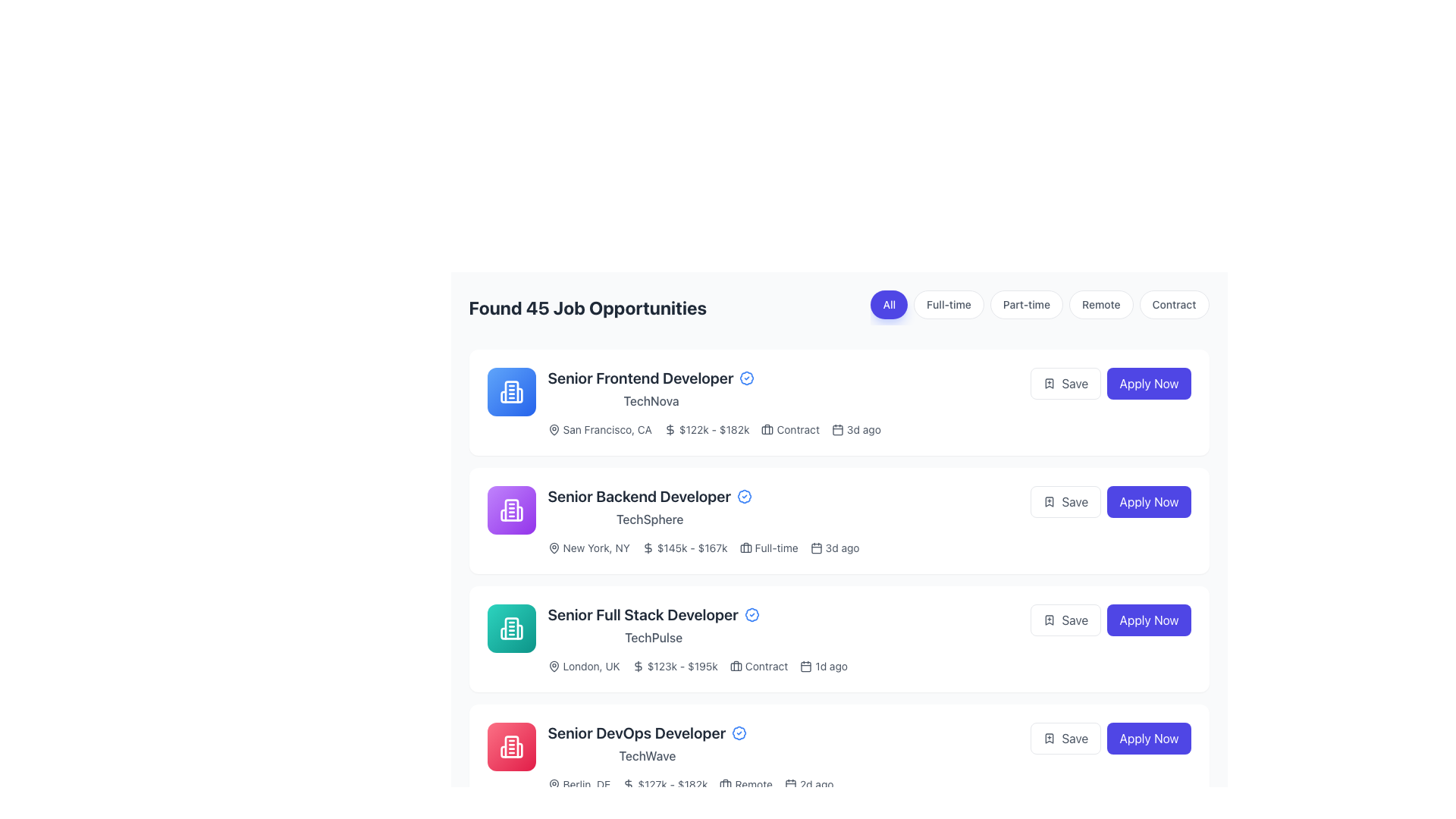  What do you see at coordinates (752, 614) in the screenshot?
I see `the decorative badge with a checkmark indicating verification for the 'Senior Full Stack Developer' job listing` at bounding box center [752, 614].